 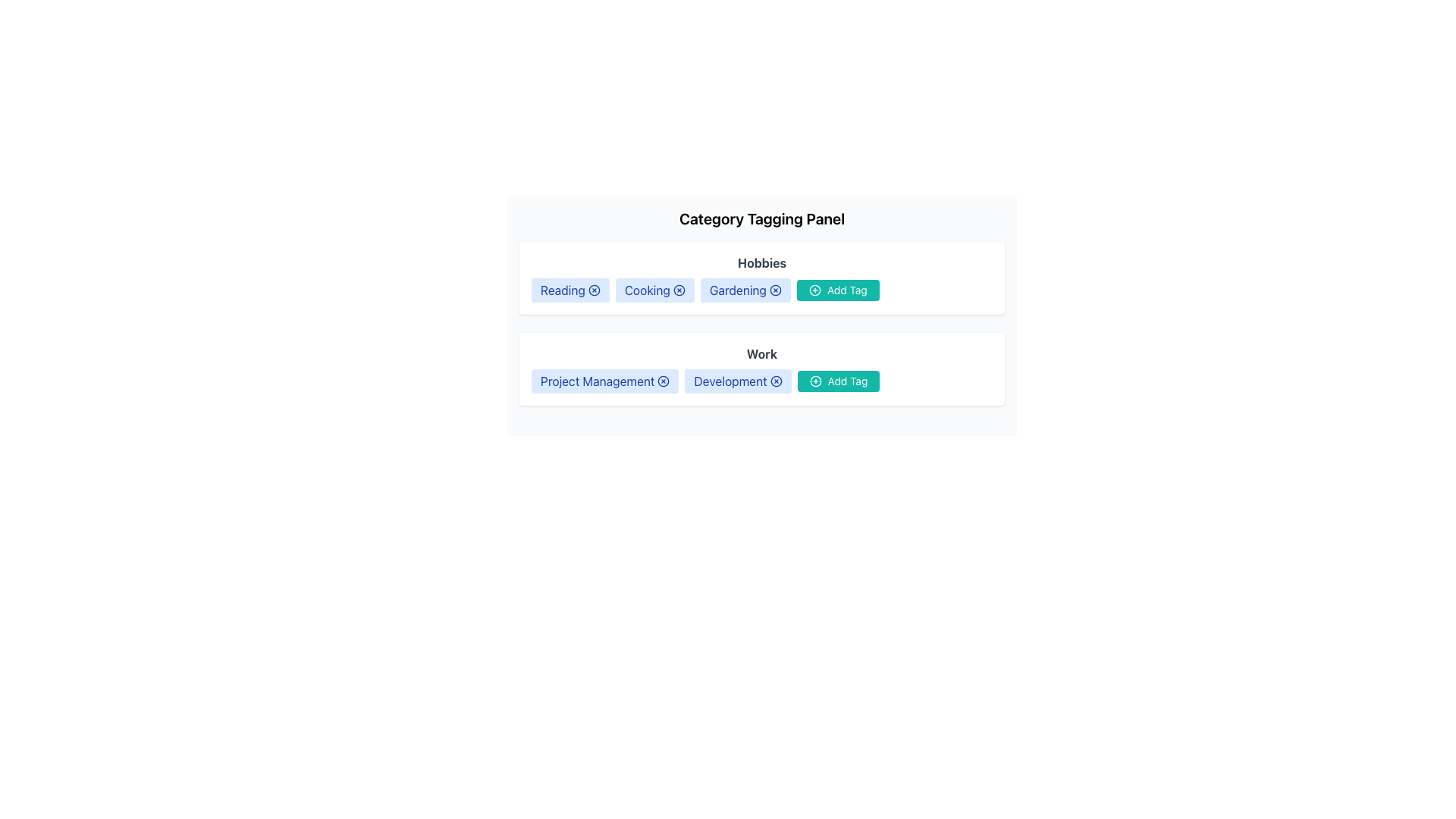 I want to click on the blue circular 'x' icon on the 'Project Management' tag, so click(x=604, y=380).